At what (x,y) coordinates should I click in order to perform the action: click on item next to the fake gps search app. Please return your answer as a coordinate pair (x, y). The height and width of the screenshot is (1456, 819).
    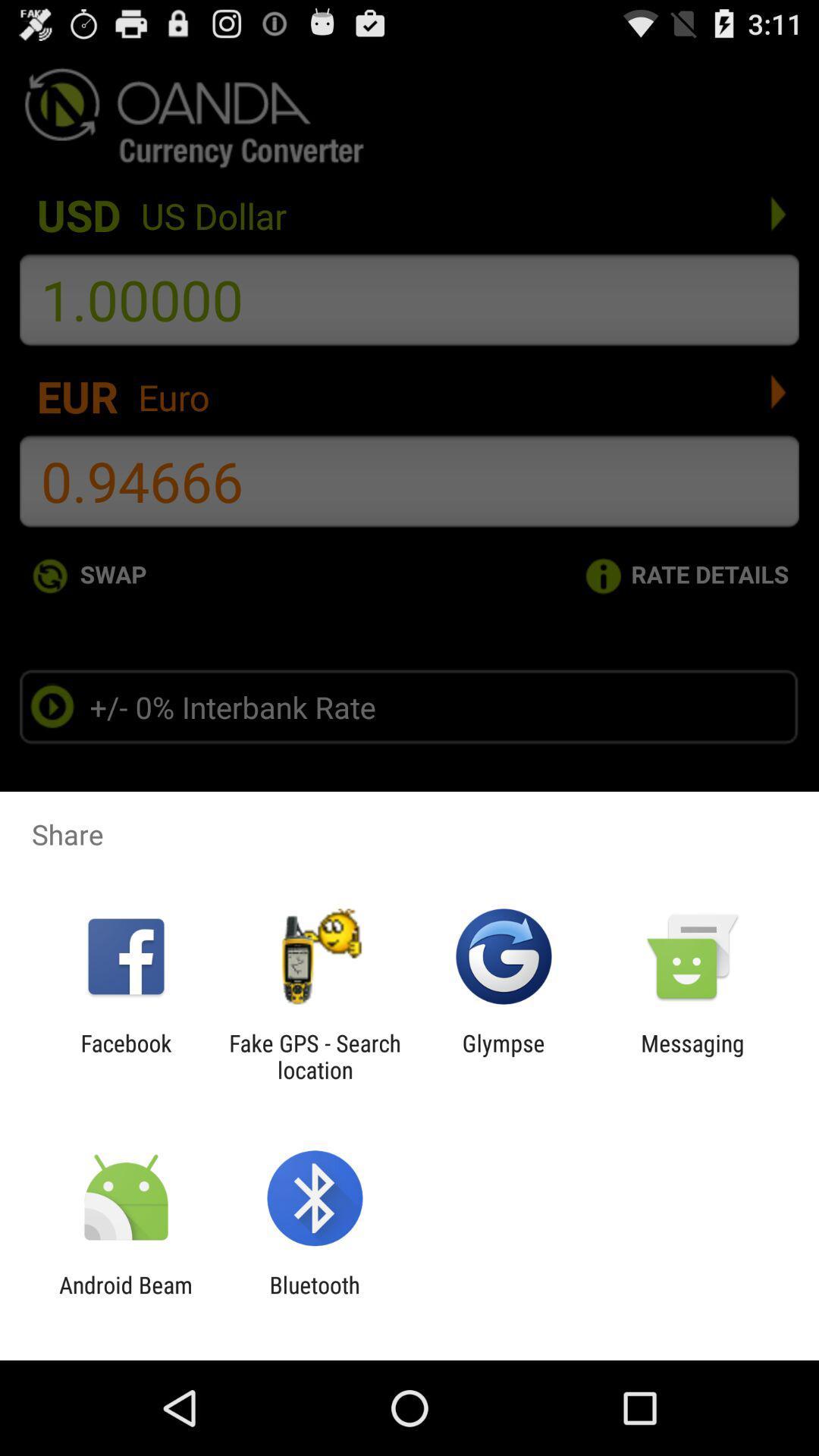
    Looking at the image, I should click on (504, 1056).